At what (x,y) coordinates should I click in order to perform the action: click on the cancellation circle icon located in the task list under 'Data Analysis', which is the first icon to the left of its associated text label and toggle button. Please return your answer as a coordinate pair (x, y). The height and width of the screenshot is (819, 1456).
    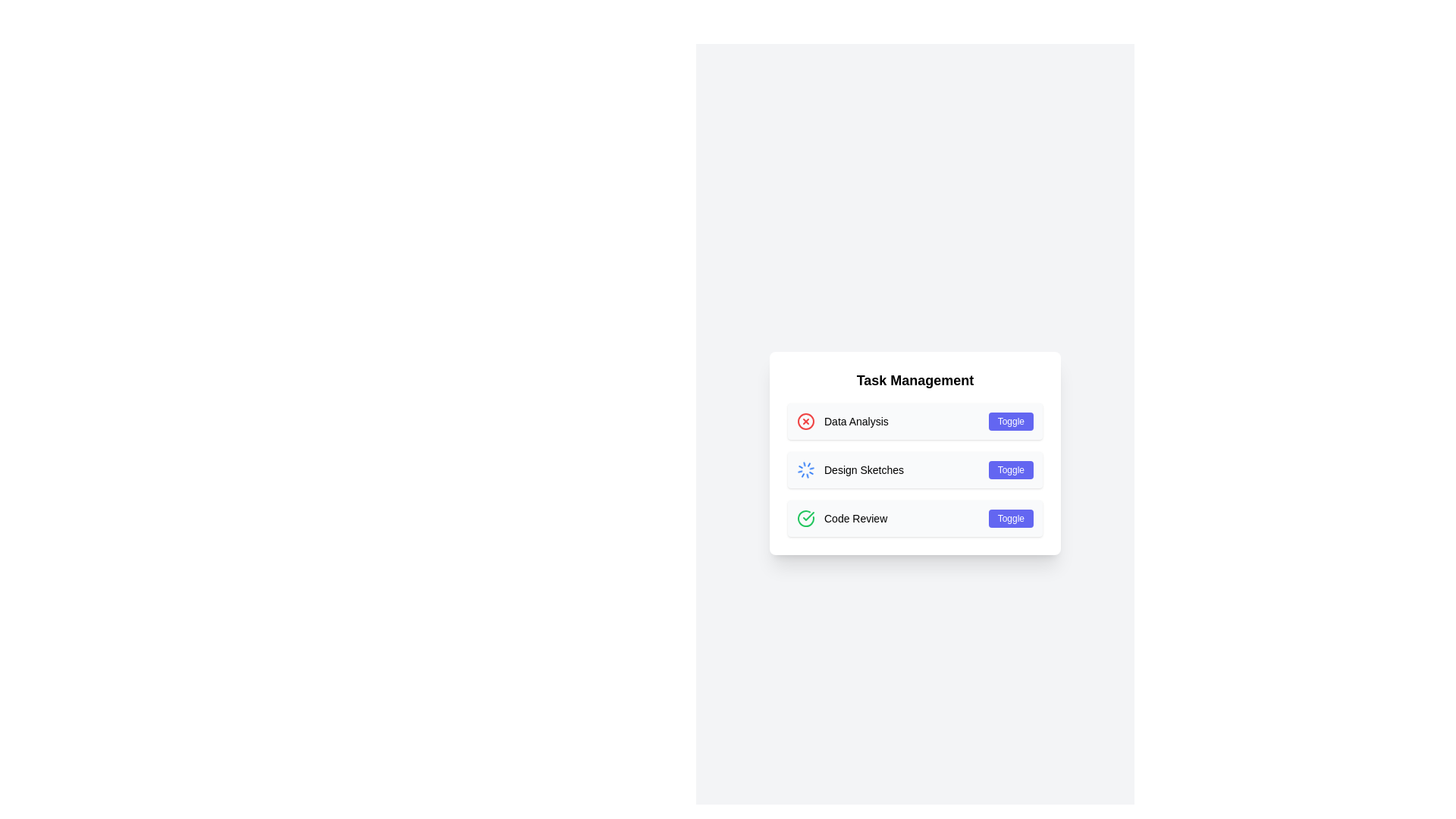
    Looking at the image, I should click on (805, 421).